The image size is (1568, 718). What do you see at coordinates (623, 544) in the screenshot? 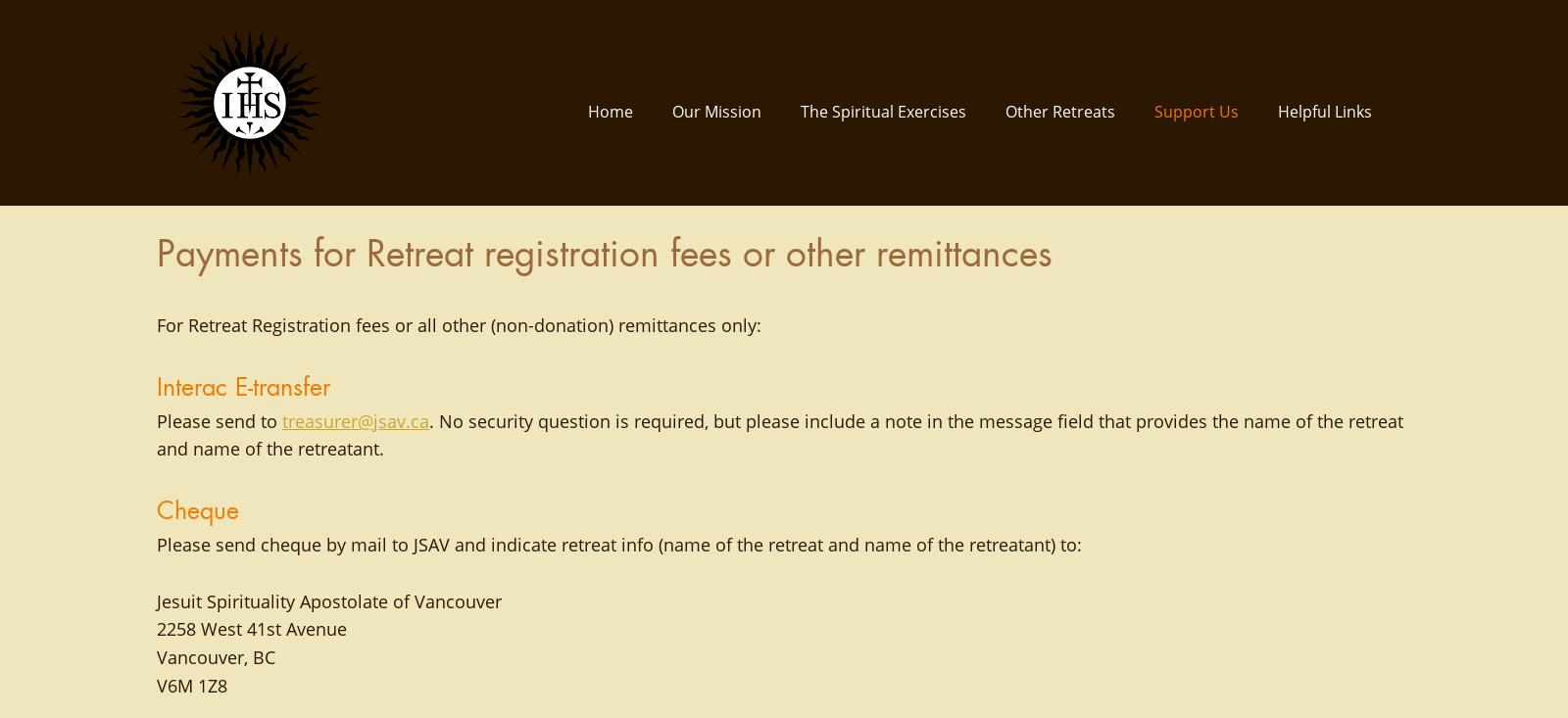
I see `'Please send cheque by mail to JSAV and indicate retreat info (name of the retreat and name of the retreatant) to:'` at bounding box center [623, 544].